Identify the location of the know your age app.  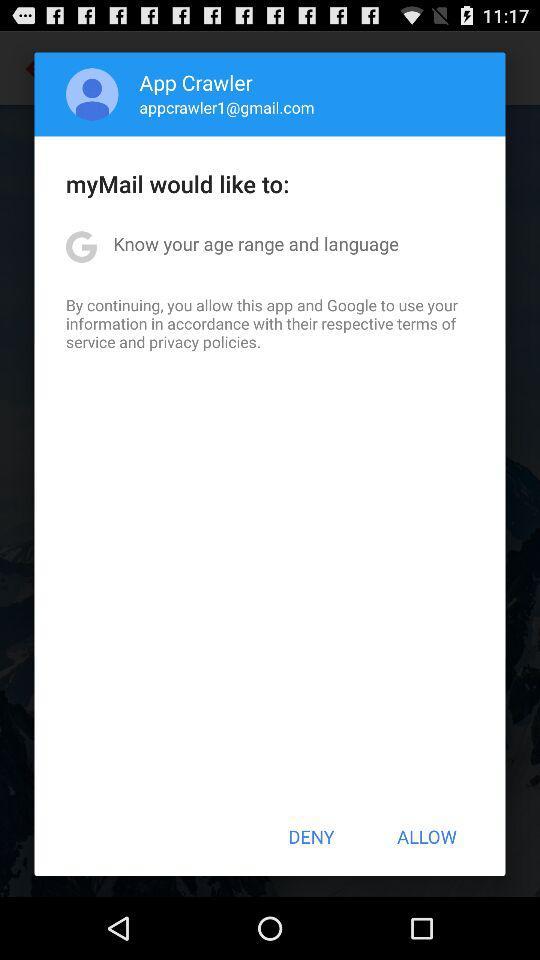
(256, 242).